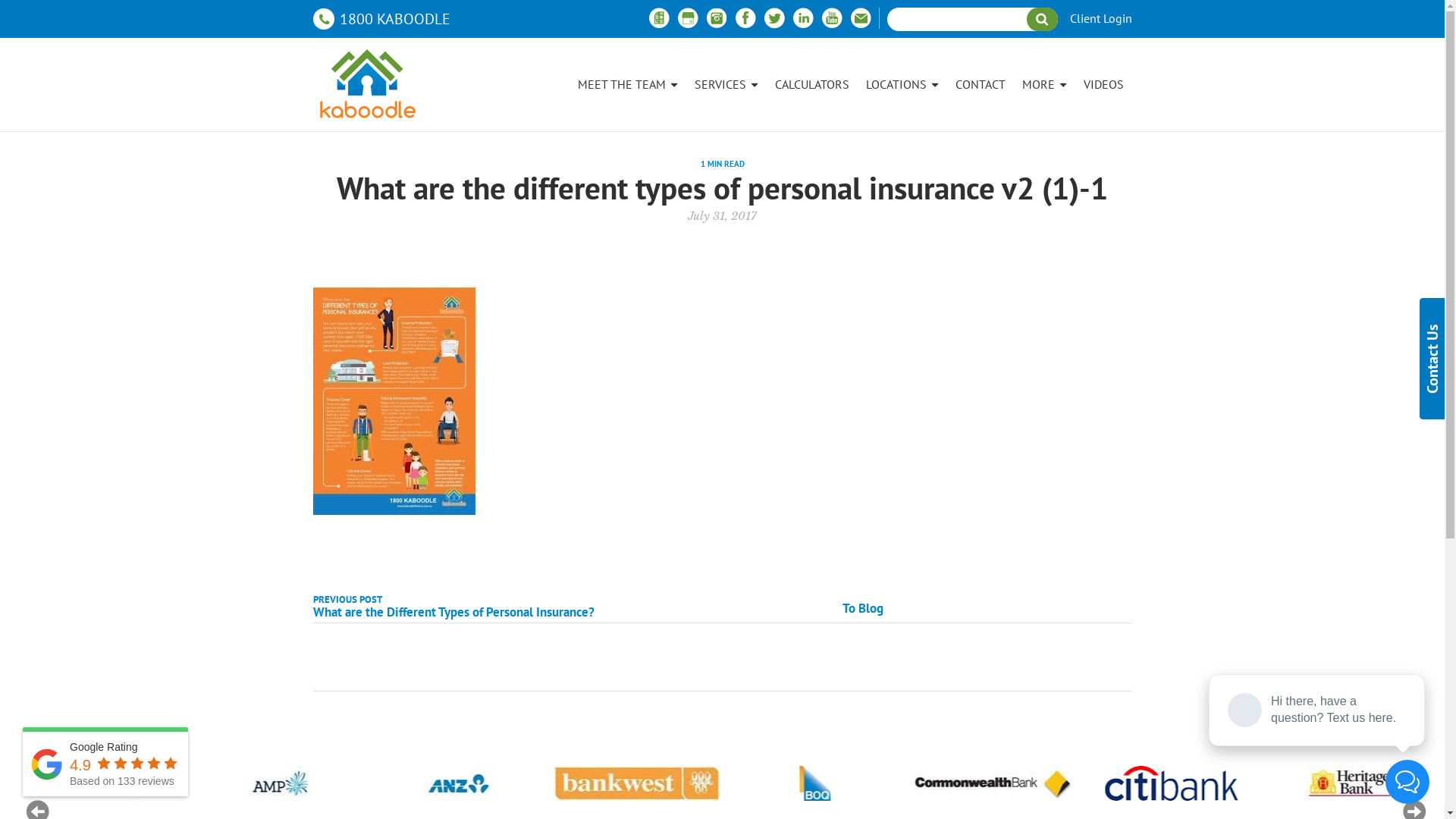 Image resolution: width=1456 pixels, height=819 pixels. I want to click on 'Free property report', so click(658, 17).